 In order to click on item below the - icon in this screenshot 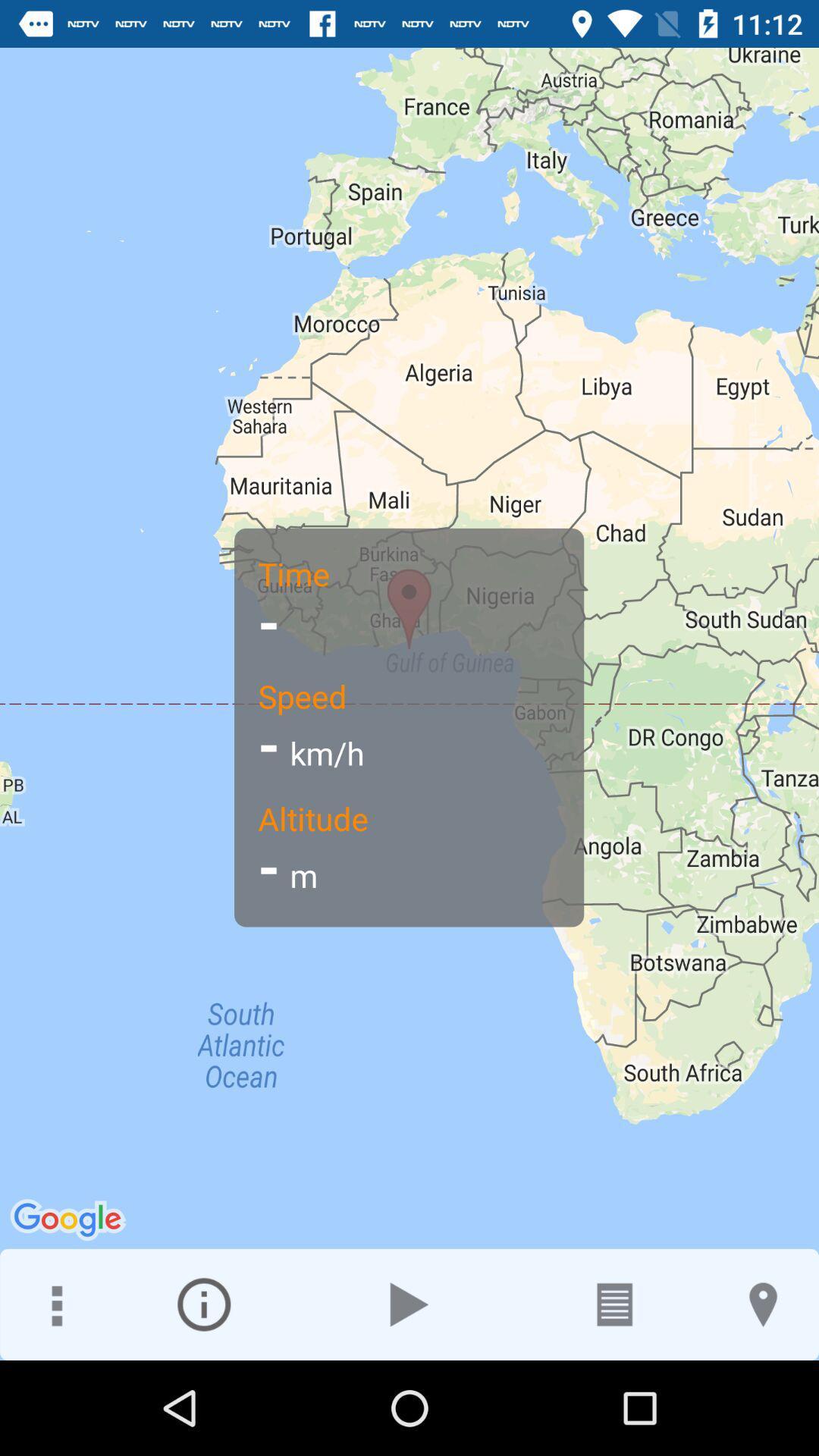, I will do `click(203, 1304)`.